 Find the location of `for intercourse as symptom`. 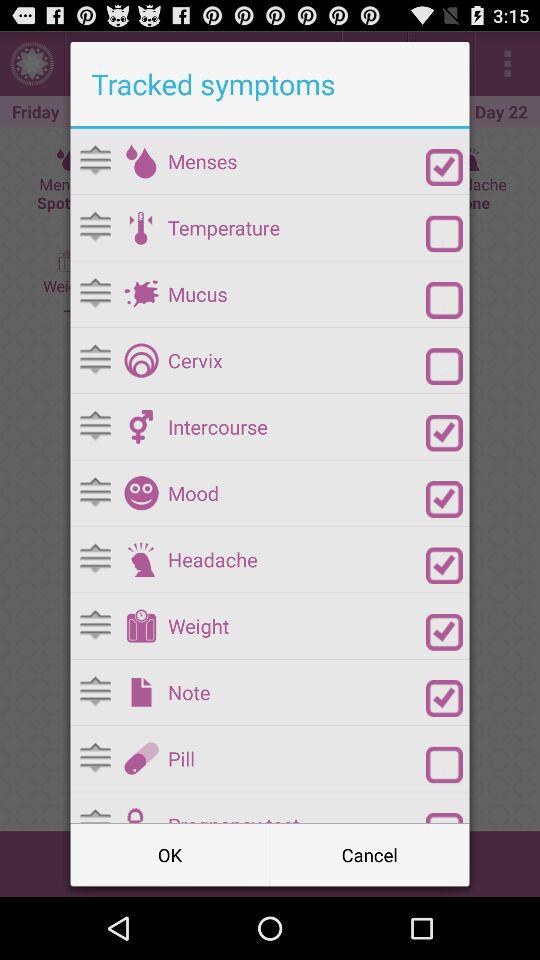

for intercourse as symptom is located at coordinates (444, 433).